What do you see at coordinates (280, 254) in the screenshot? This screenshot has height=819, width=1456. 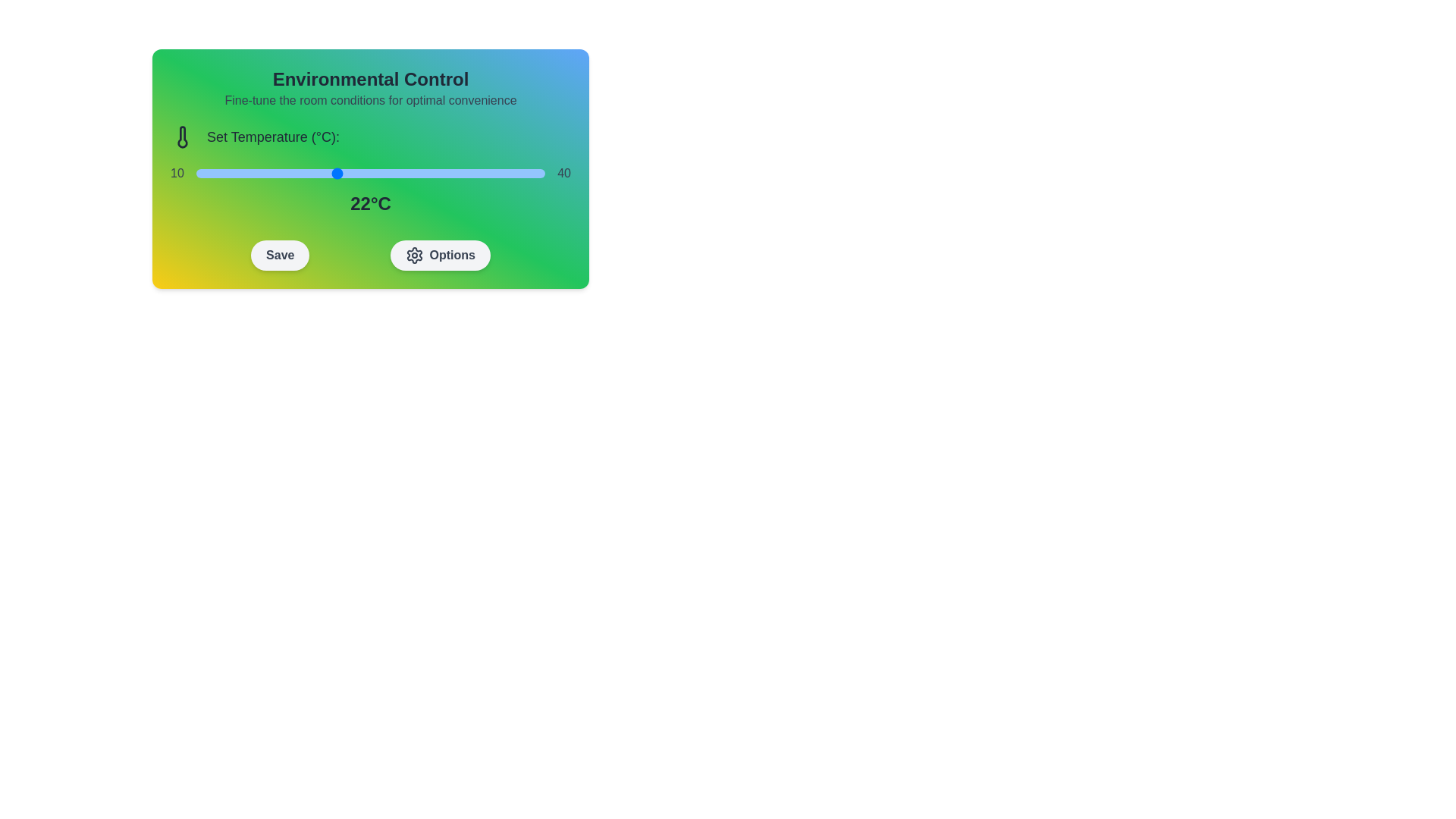 I see `the leftmost button in the horizontal arrangement at the bottom of the card-like layout` at bounding box center [280, 254].